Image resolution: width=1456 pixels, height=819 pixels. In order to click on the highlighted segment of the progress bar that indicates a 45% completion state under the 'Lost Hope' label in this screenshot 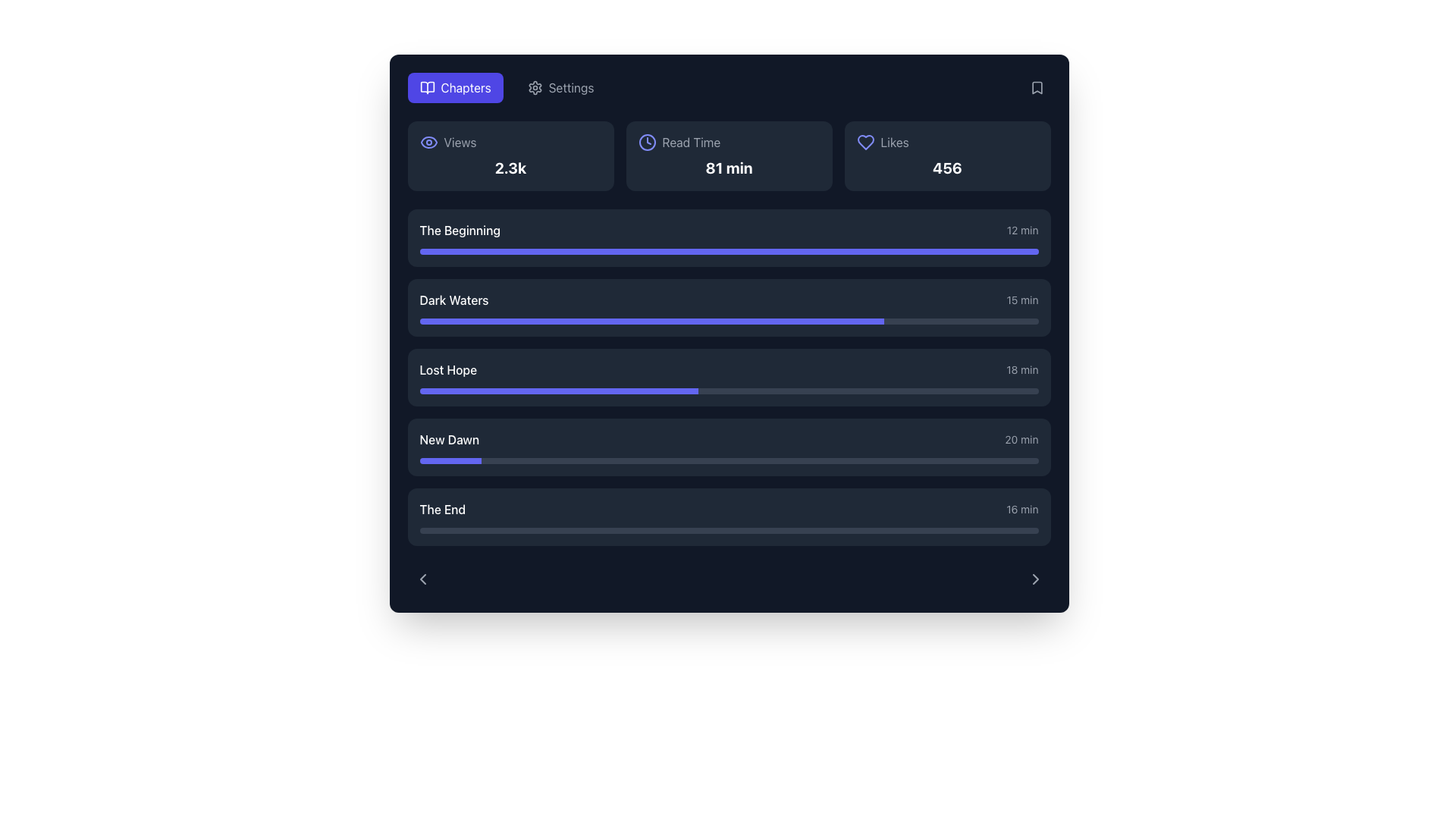, I will do `click(558, 391)`.